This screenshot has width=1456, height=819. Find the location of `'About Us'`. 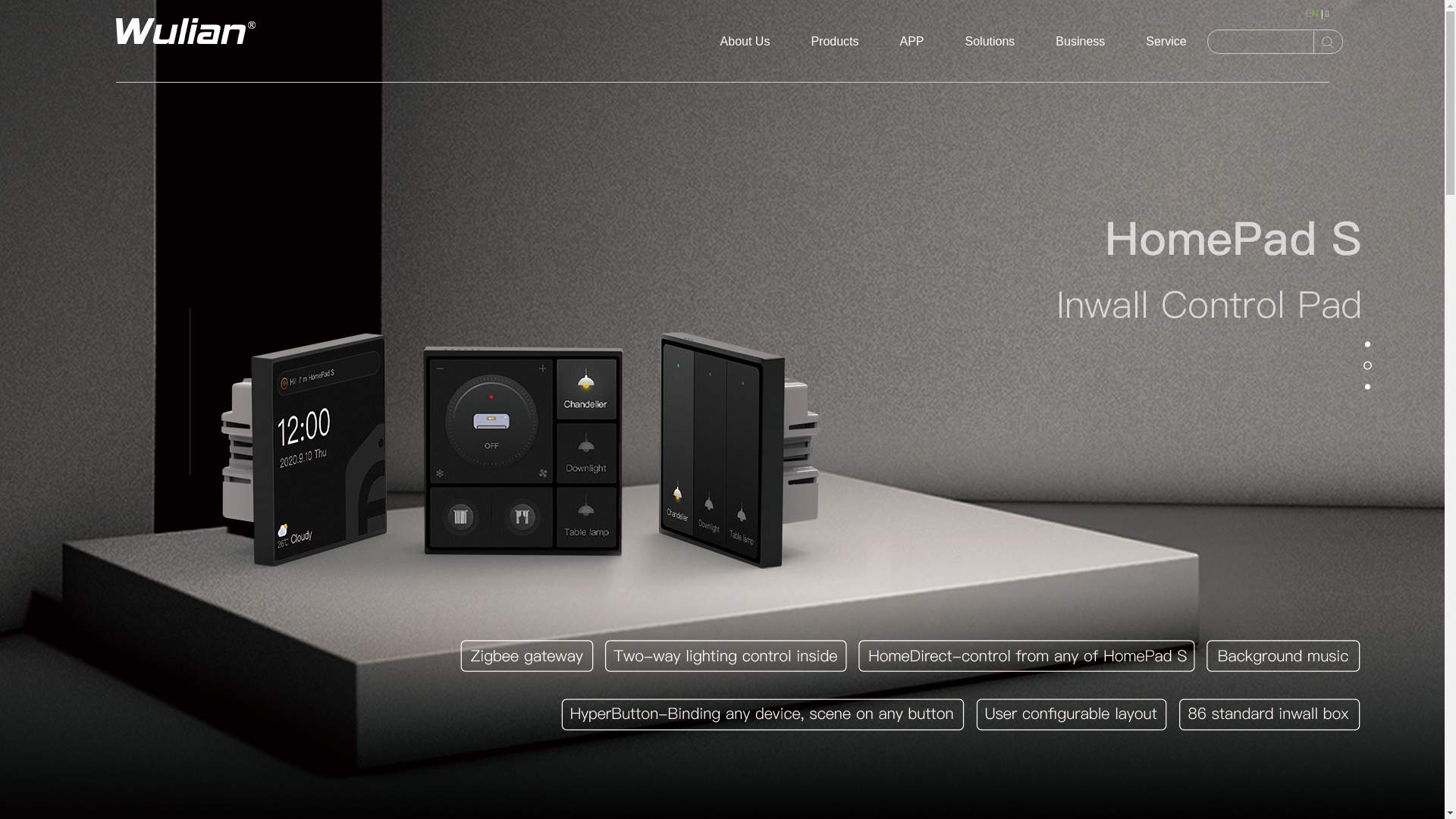

'About Us' is located at coordinates (745, 40).